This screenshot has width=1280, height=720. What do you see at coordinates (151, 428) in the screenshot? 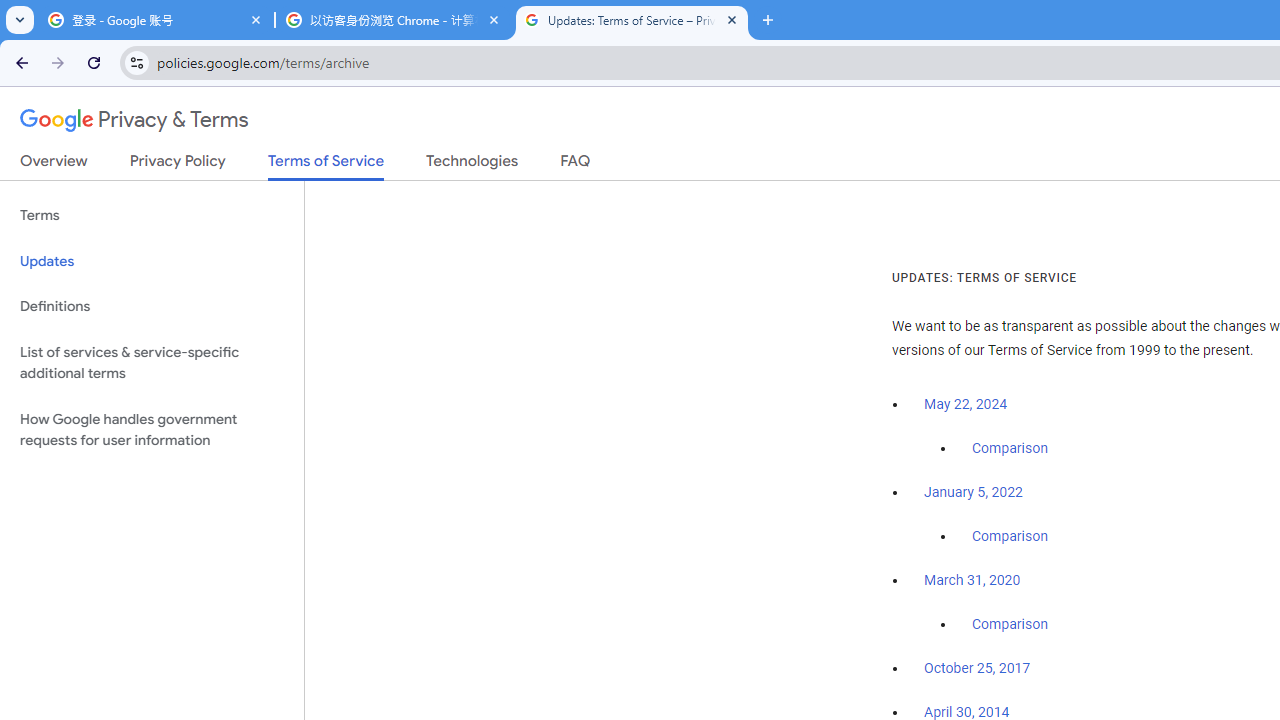
I see `'How Google handles government requests for user information'` at bounding box center [151, 428].